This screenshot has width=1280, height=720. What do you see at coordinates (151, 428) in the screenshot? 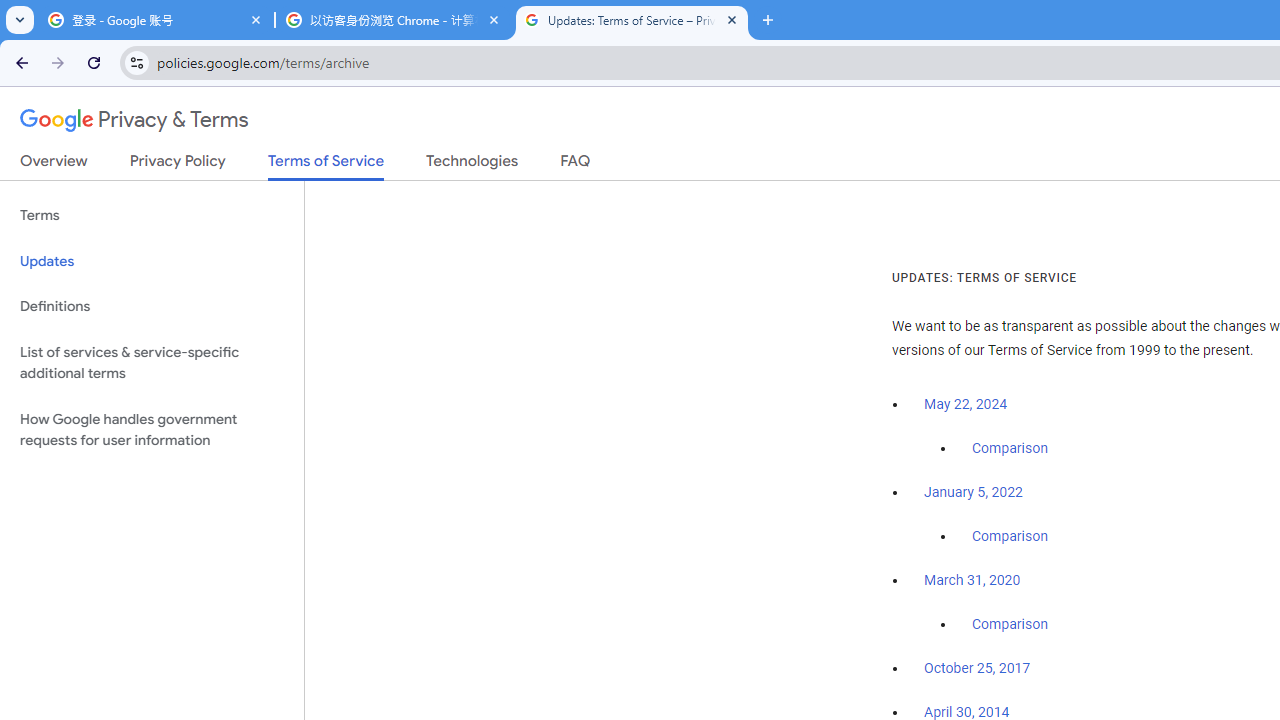
I see `'How Google handles government requests for user information'` at bounding box center [151, 428].